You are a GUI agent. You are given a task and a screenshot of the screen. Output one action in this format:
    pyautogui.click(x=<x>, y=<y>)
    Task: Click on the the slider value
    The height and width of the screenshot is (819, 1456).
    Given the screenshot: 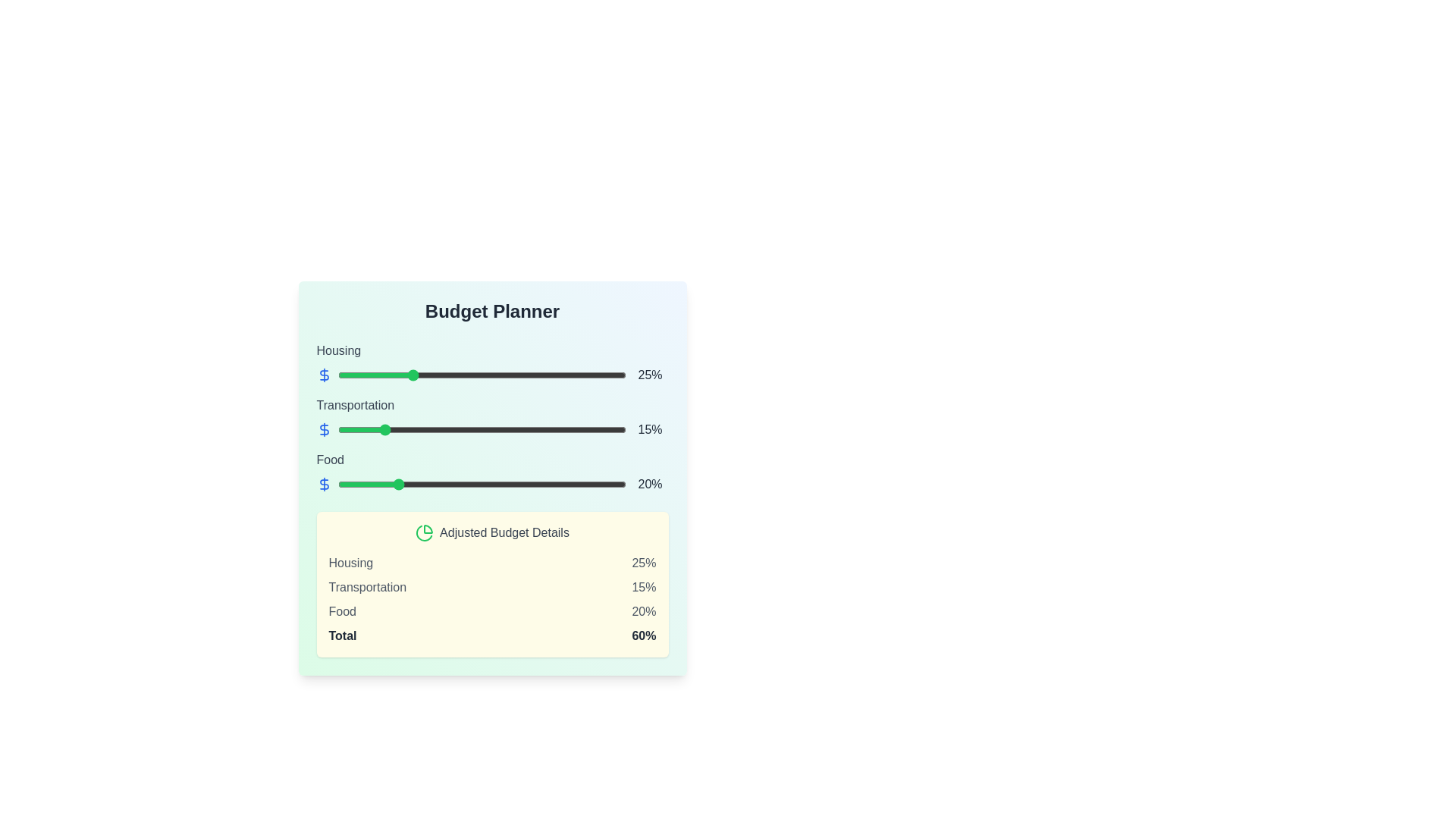 What is the action you would take?
    pyautogui.click(x=547, y=485)
    